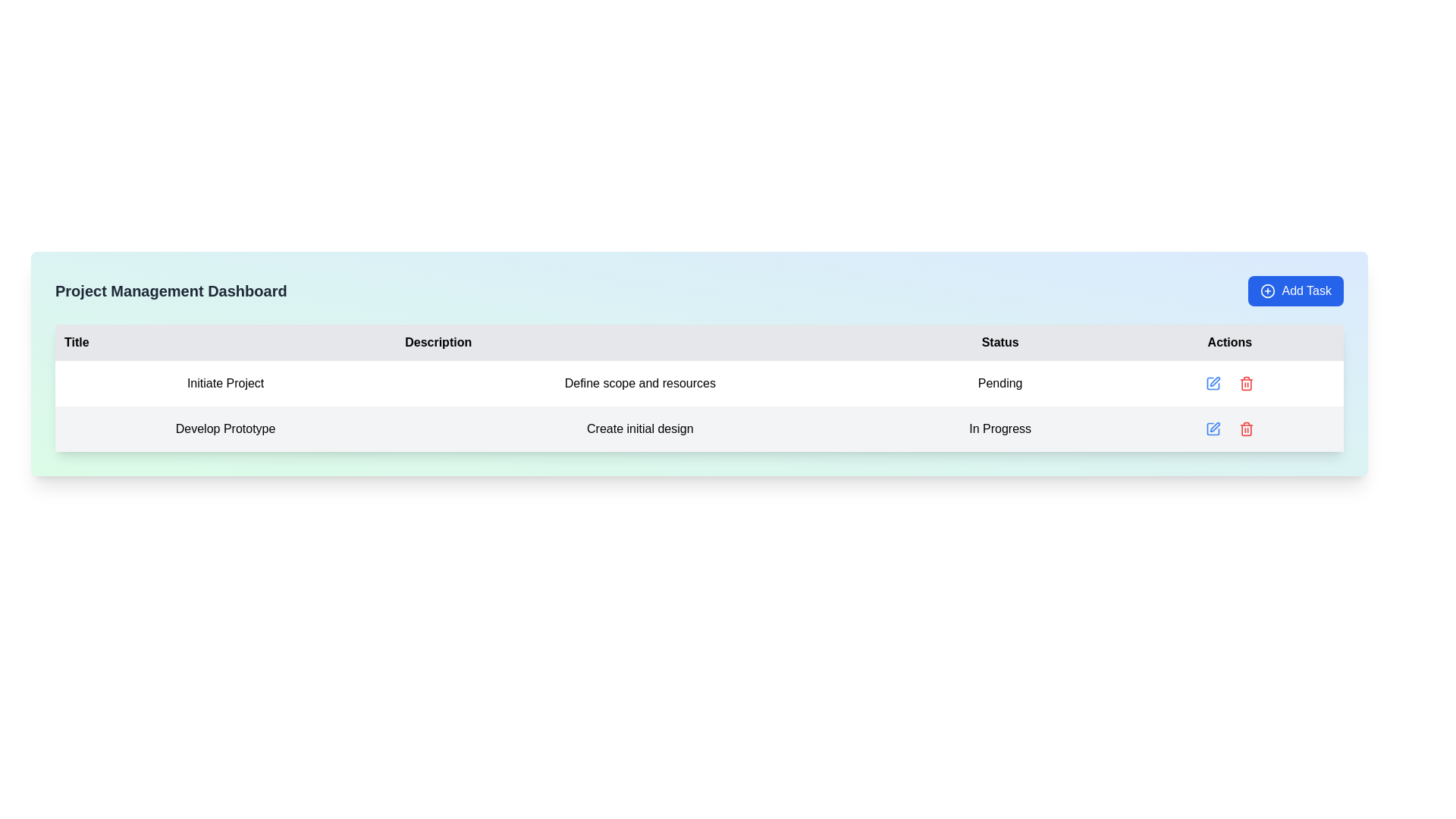  Describe the element at coordinates (1212, 382) in the screenshot. I see `the edit button located in the 'Actions' column of the first row of the projects table to change the icon color` at that location.